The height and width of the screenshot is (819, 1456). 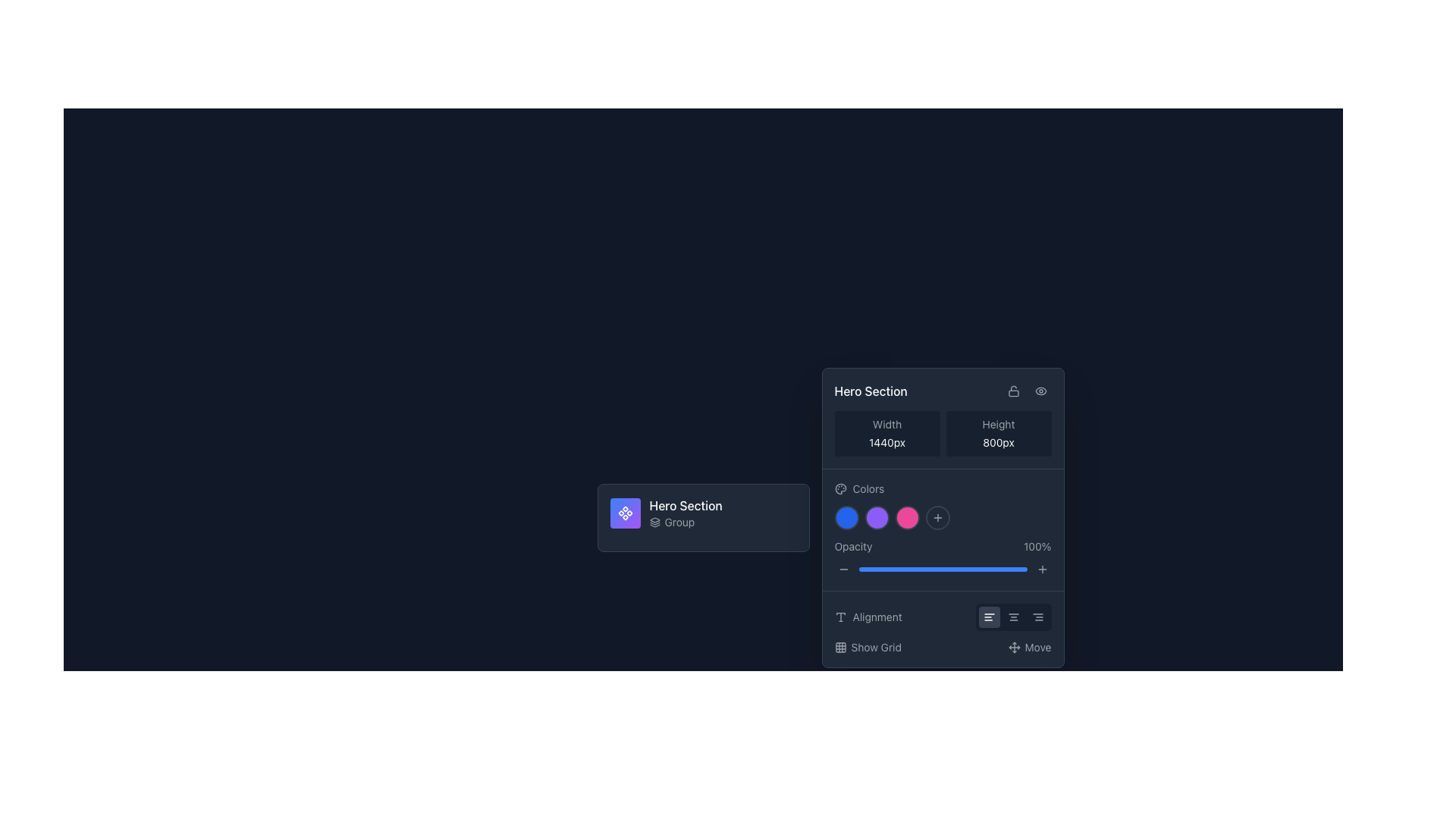 I want to click on the button with an icon and text in the bottom section of the 'Hero Section' settings panel, so click(x=868, y=647).